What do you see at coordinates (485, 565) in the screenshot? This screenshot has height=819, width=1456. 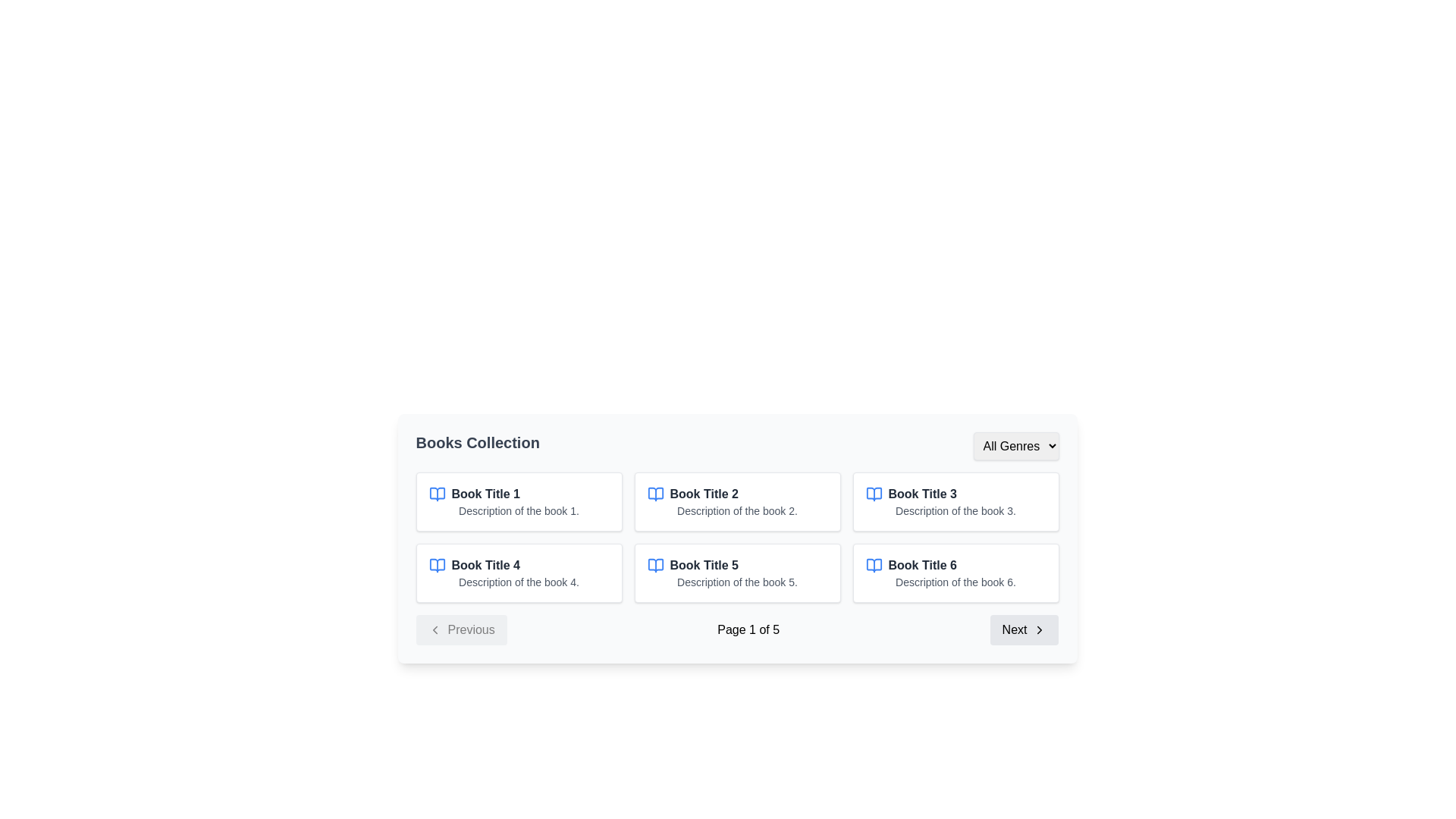 I see `the text label displaying 'Book Title 4' in bold dark gray, positioned in the bottom-left grid cell of the Books Collection section, next to a blue book icon` at bounding box center [485, 565].